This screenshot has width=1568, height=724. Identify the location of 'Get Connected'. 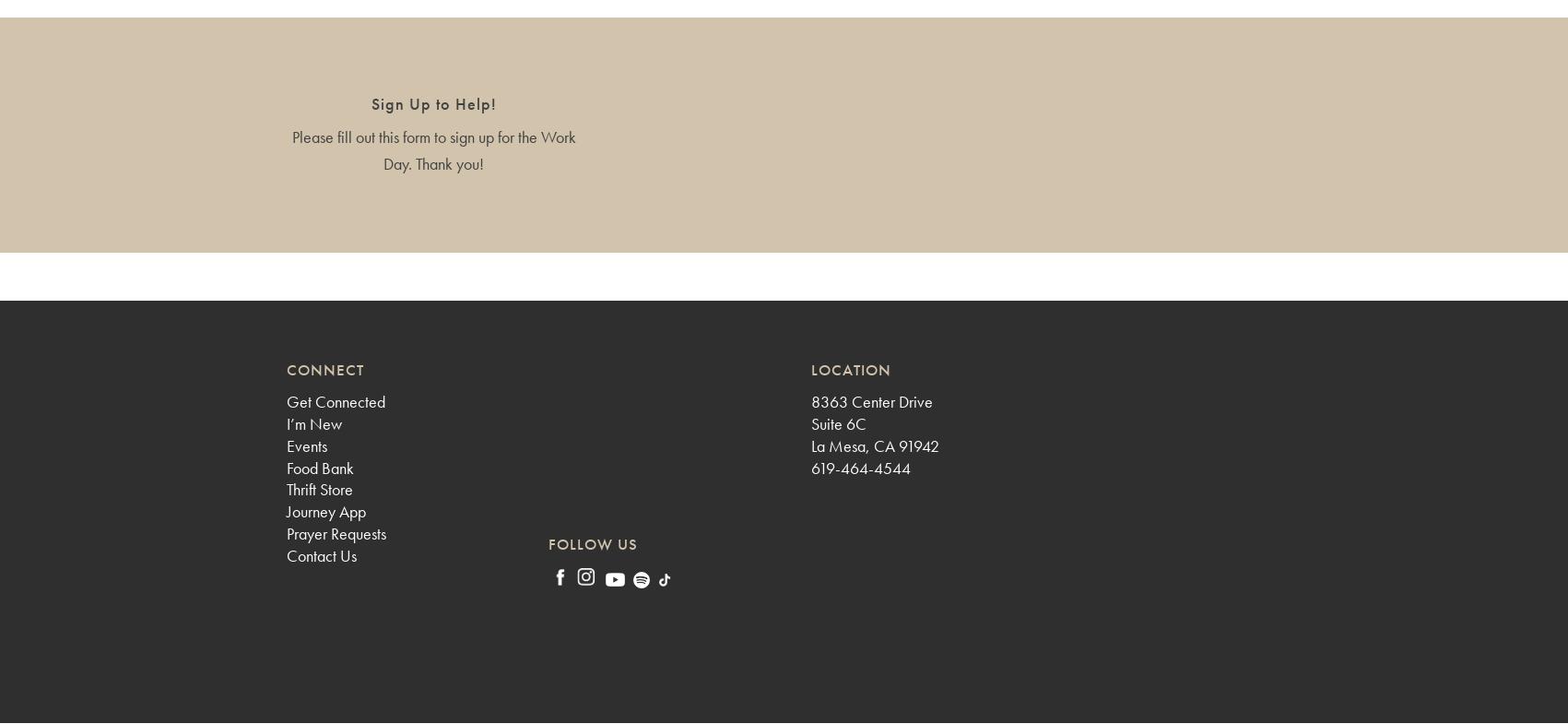
(335, 401).